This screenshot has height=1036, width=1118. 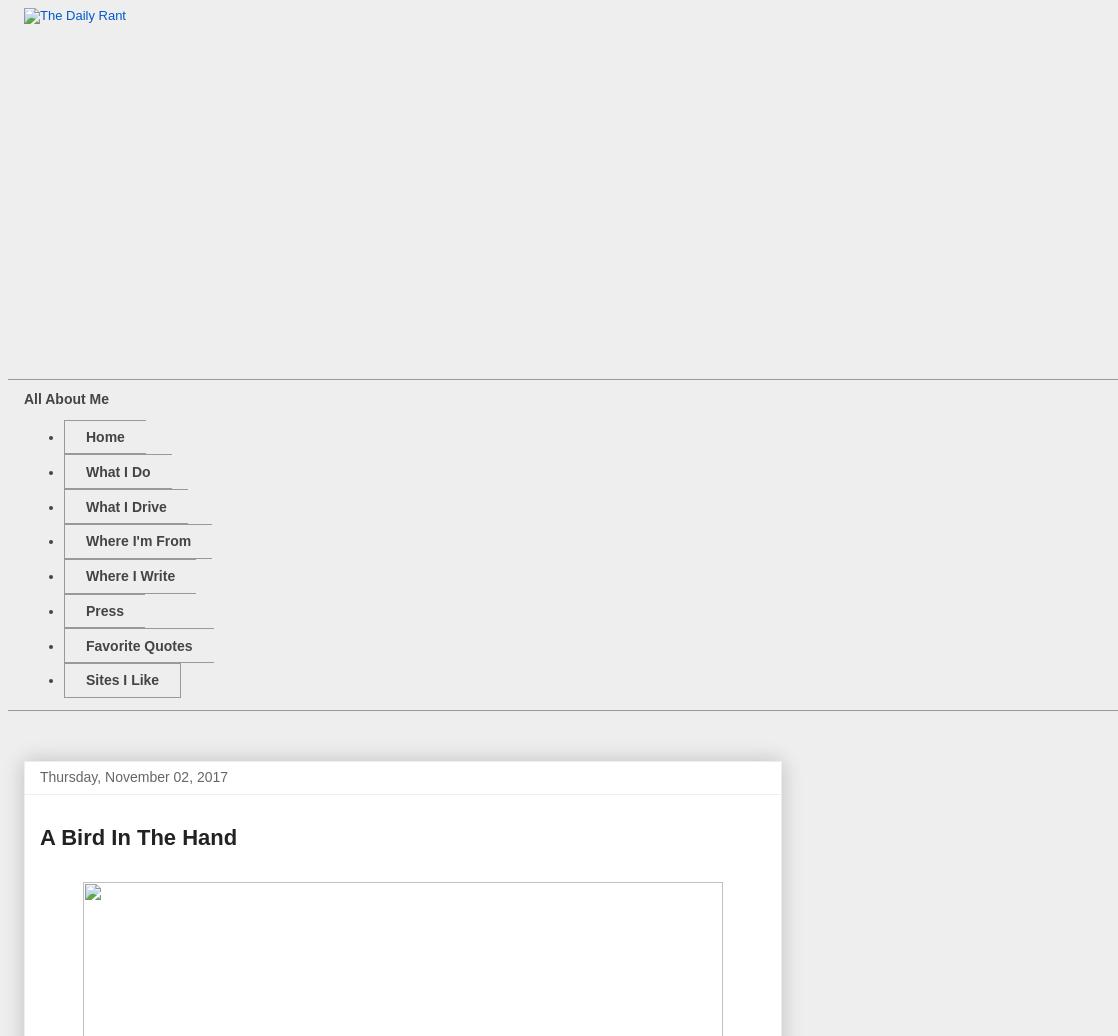 What do you see at coordinates (104, 436) in the screenshot?
I see `'Home'` at bounding box center [104, 436].